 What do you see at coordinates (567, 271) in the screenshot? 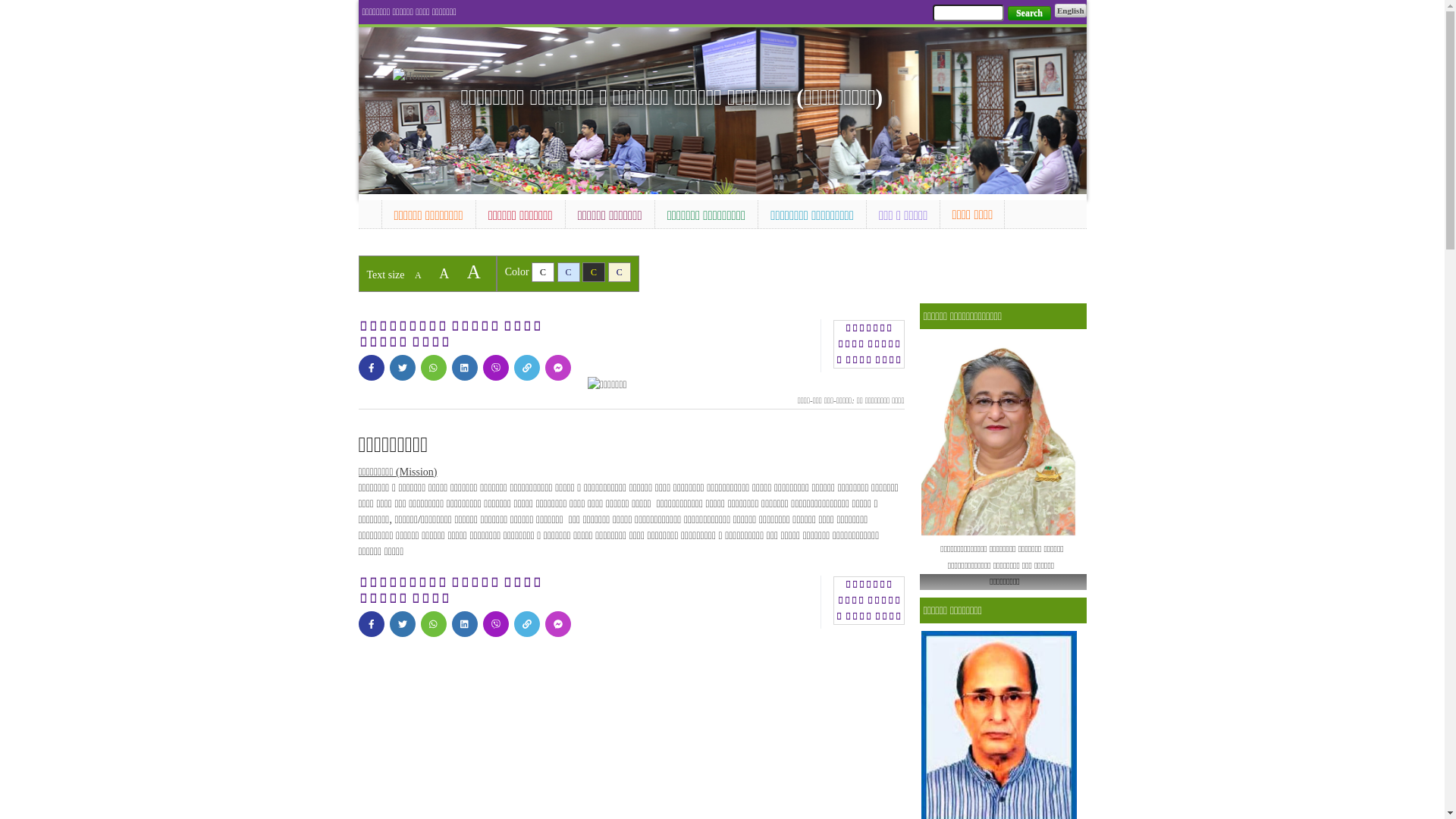
I see `'C'` at bounding box center [567, 271].